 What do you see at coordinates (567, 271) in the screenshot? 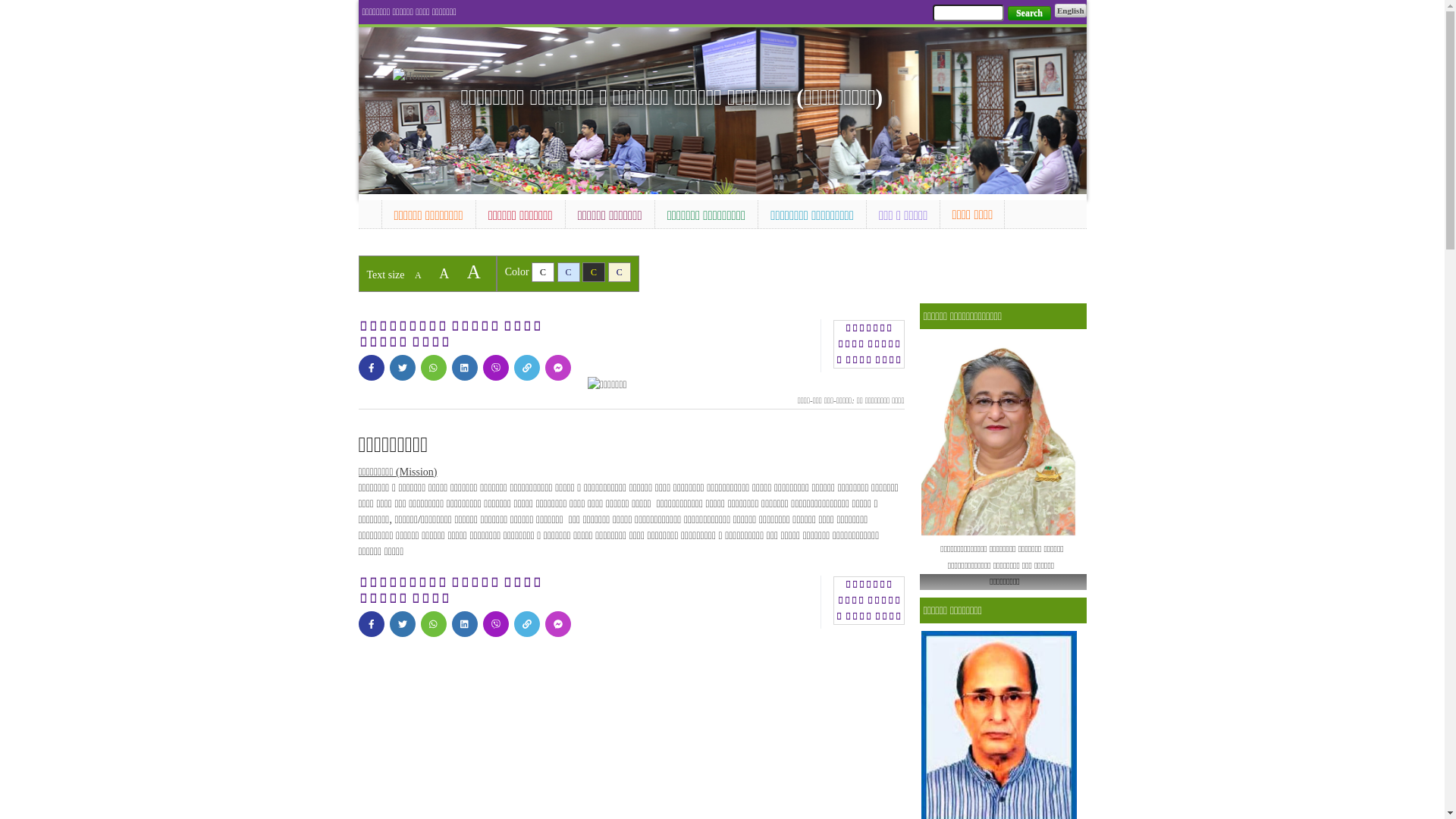
I see `'C'` at bounding box center [567, 271].